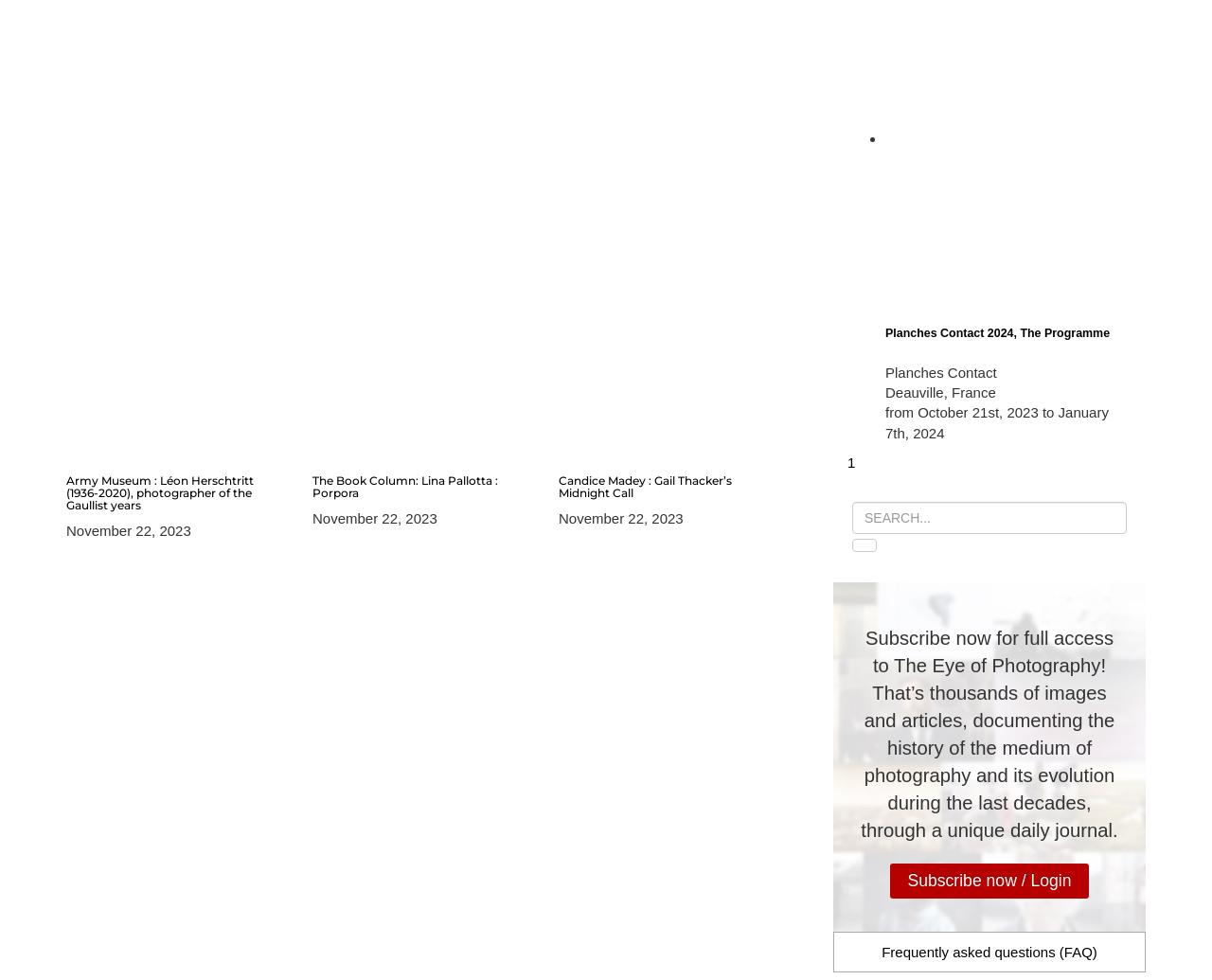 The height and width of the screenshot is (980, 1212). I want to click on 'The Book Column: Lina Pallotta : Porpora', so click(403, 486).